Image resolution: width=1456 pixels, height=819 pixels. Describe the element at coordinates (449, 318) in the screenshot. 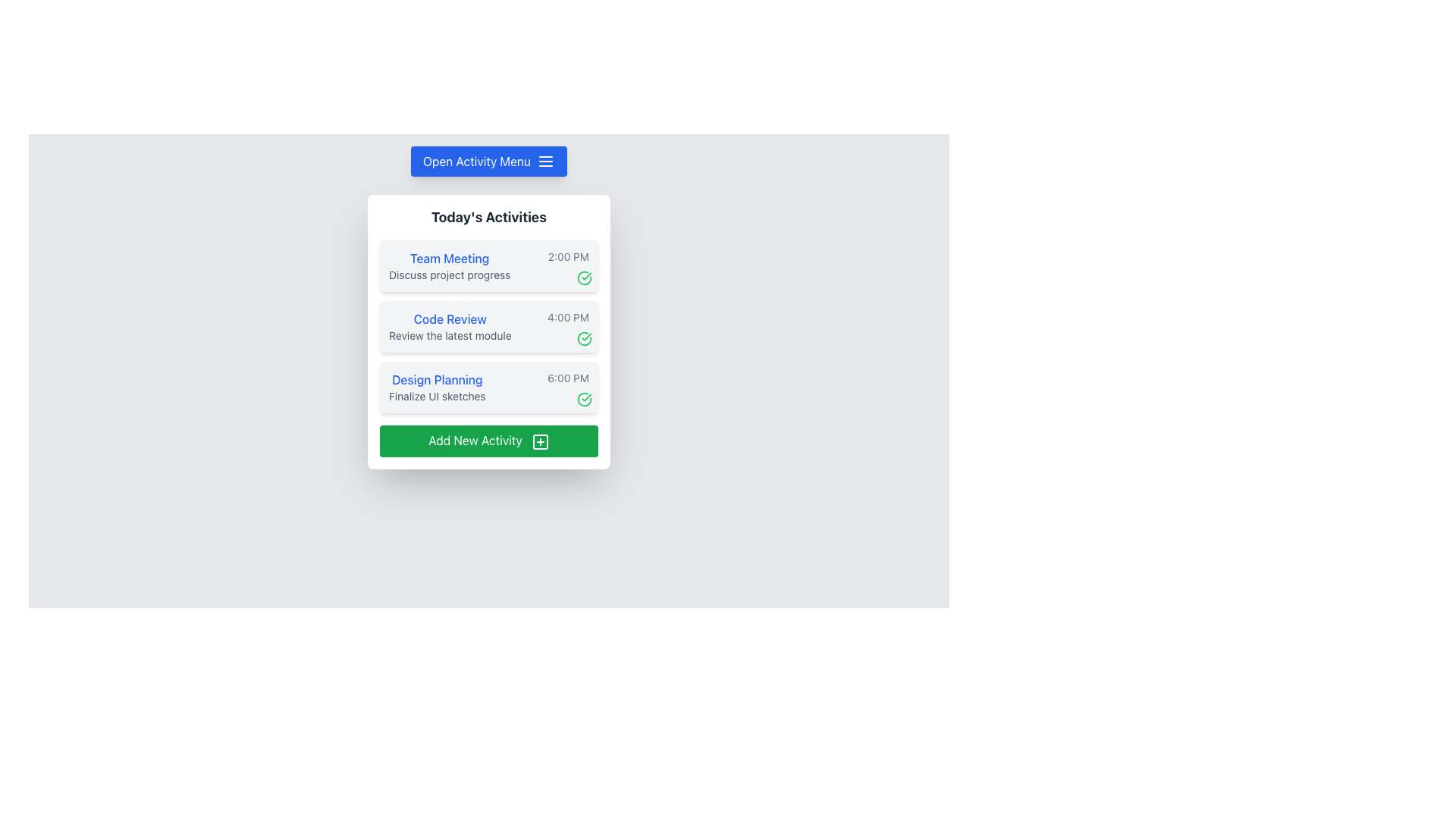

I see `the text label that serves as the header or title for the associated activity, located above the 'Review the latest module' text and beneath the 'Team Meeting' entry` at that location.